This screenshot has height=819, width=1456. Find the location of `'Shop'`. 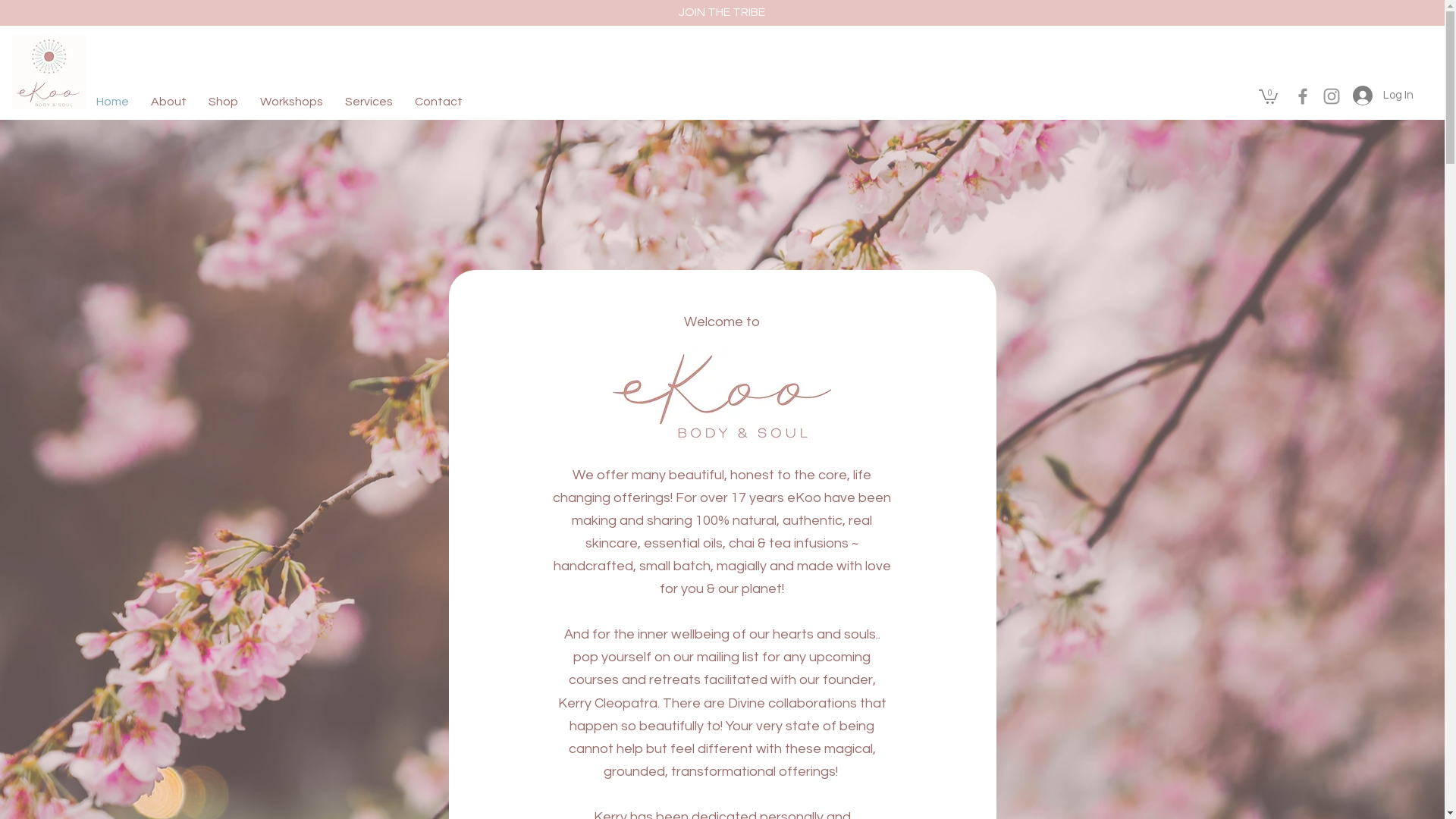

'Shop' is located at coordinates (226, 102).